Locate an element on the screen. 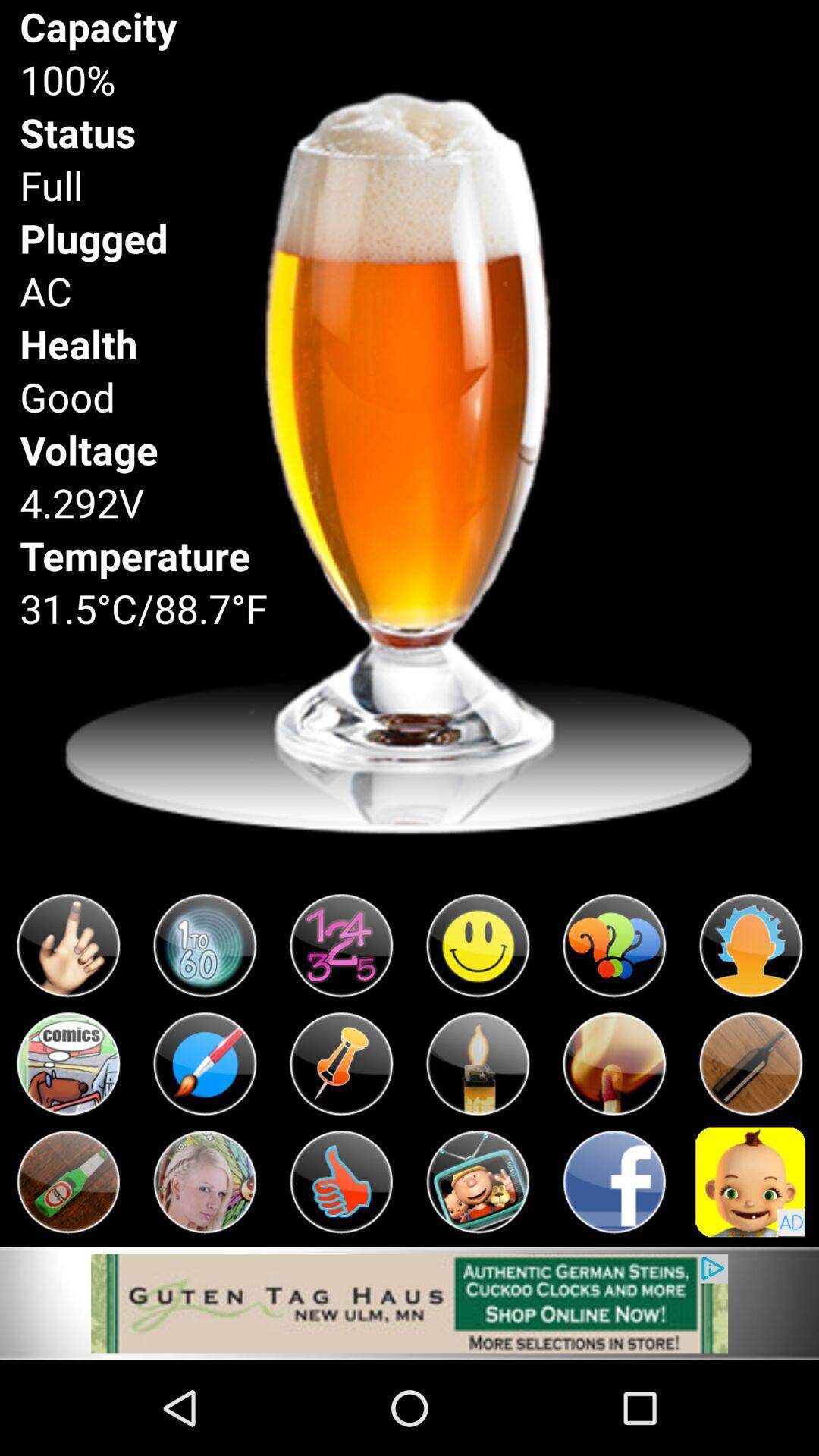 The height and width of the screenshot is (1456, 819). visit website is located at coordinates (409, 1302).